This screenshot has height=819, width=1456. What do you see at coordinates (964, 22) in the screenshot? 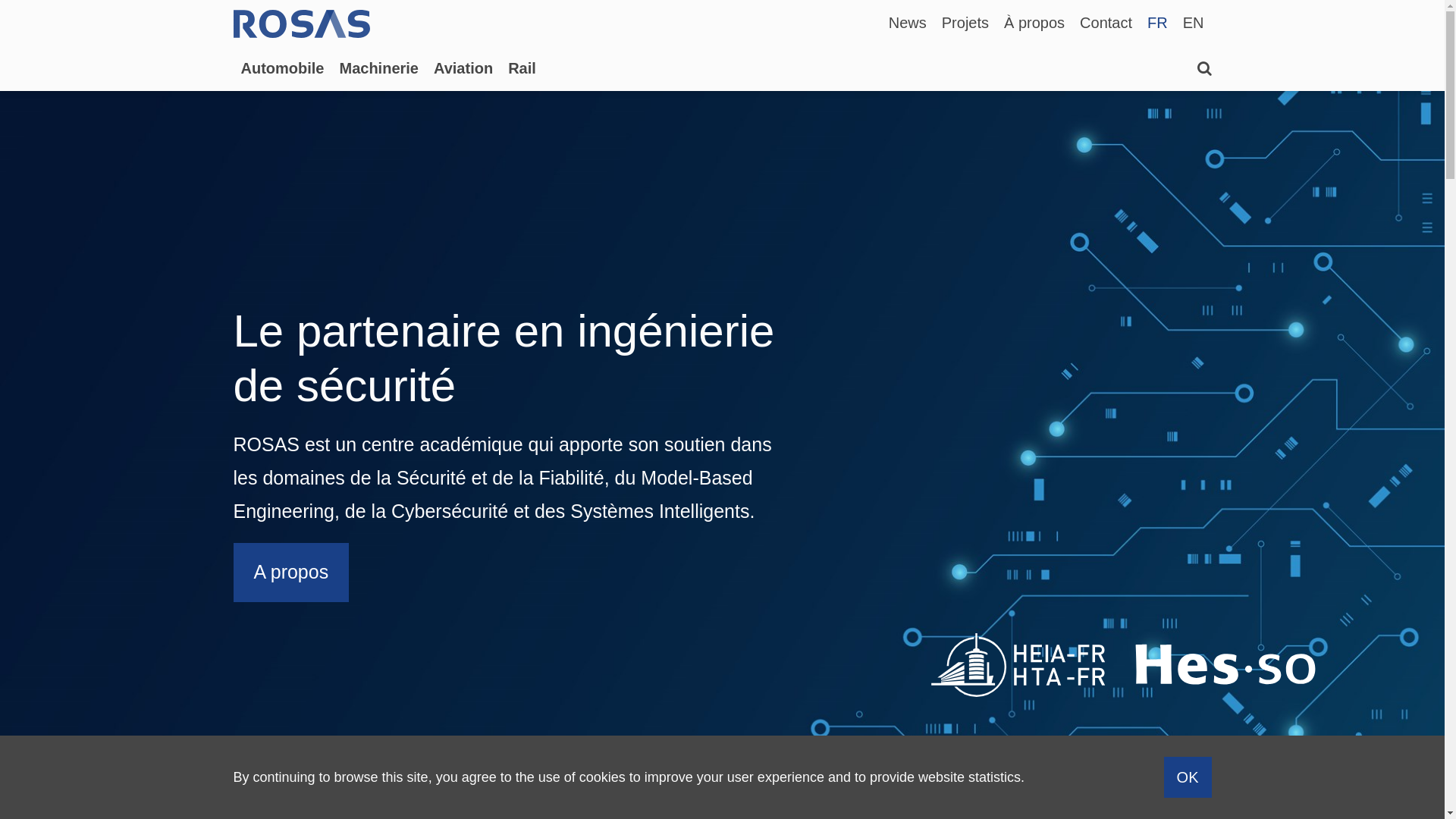
I see `'Projets'` at bounding box center [964, 22].